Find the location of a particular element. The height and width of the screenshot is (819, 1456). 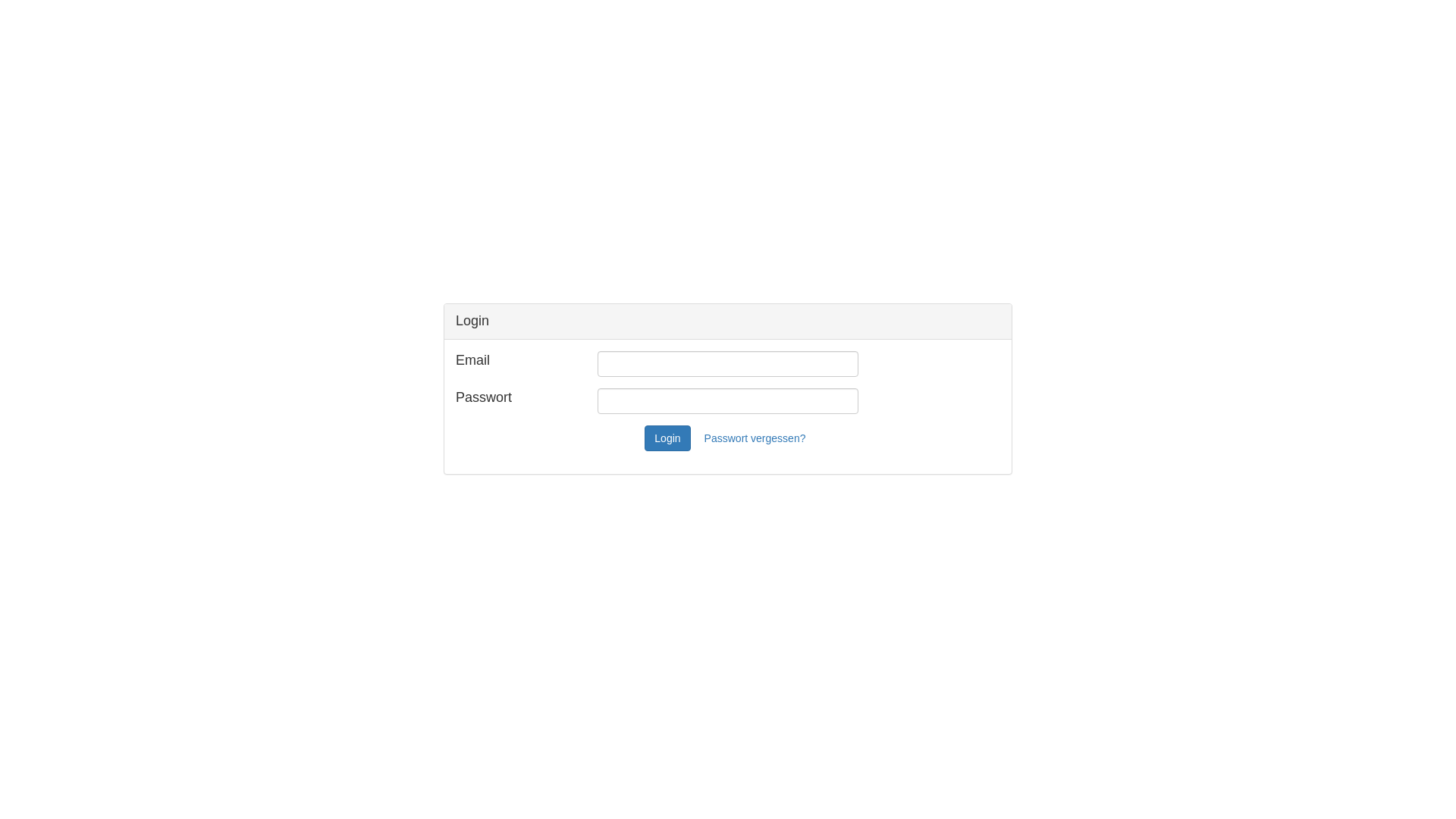

'Passwort vergessen?' is located at coordinates (755, 438).